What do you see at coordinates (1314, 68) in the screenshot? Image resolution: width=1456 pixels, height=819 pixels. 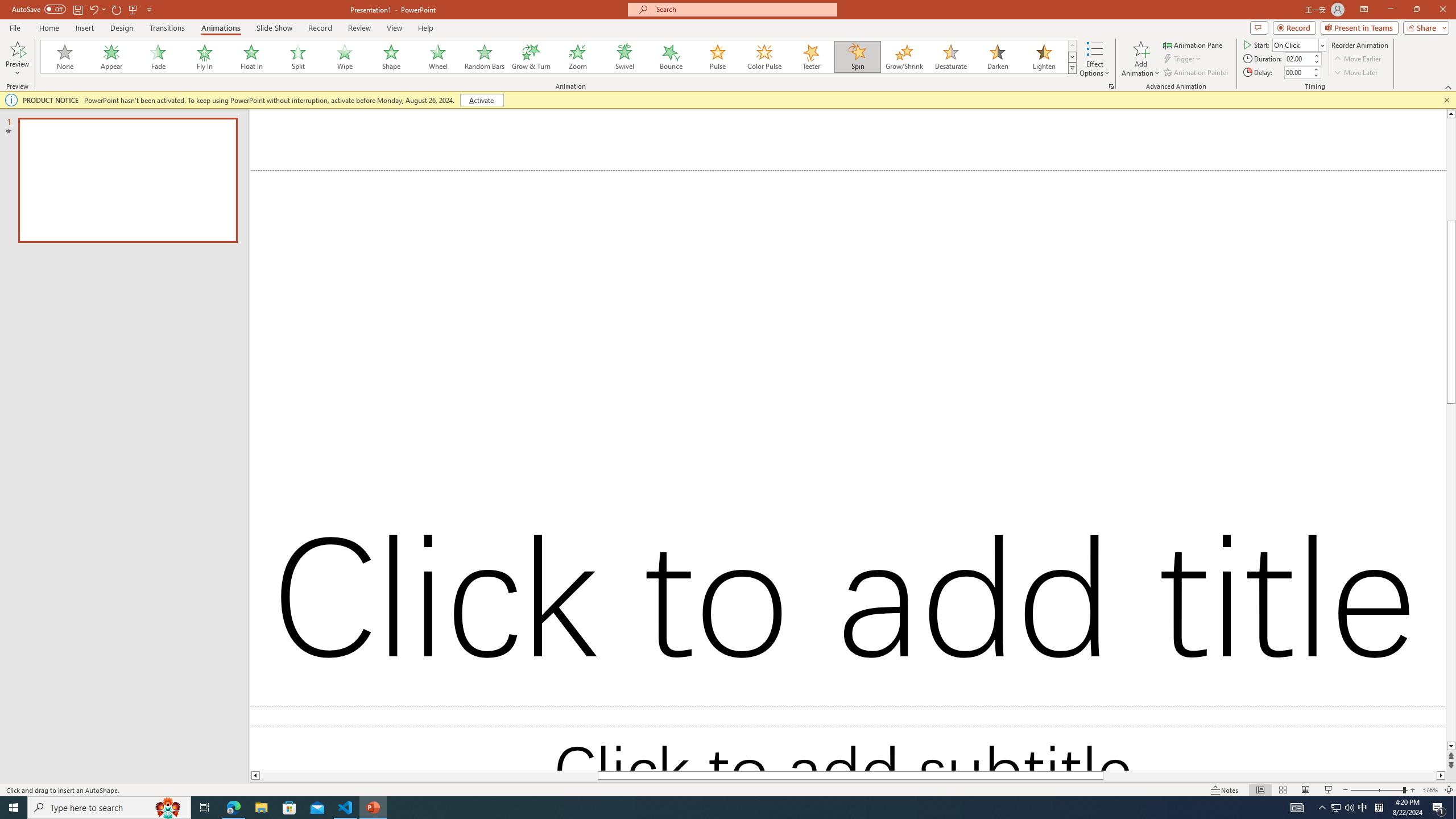 I see `'More'` at bounding box center [1314, 68].